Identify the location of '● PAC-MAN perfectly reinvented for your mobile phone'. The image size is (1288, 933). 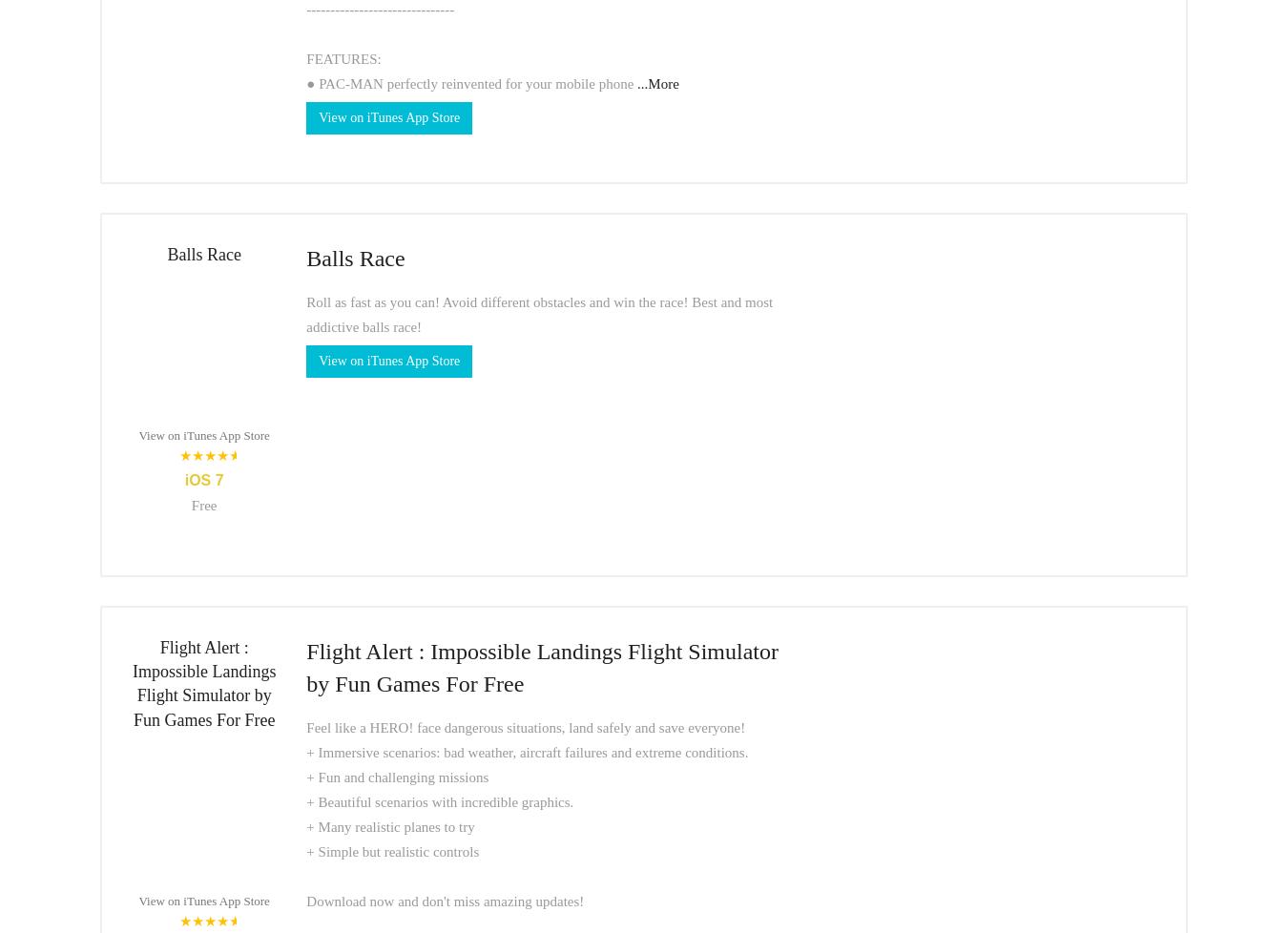
(470, 83).